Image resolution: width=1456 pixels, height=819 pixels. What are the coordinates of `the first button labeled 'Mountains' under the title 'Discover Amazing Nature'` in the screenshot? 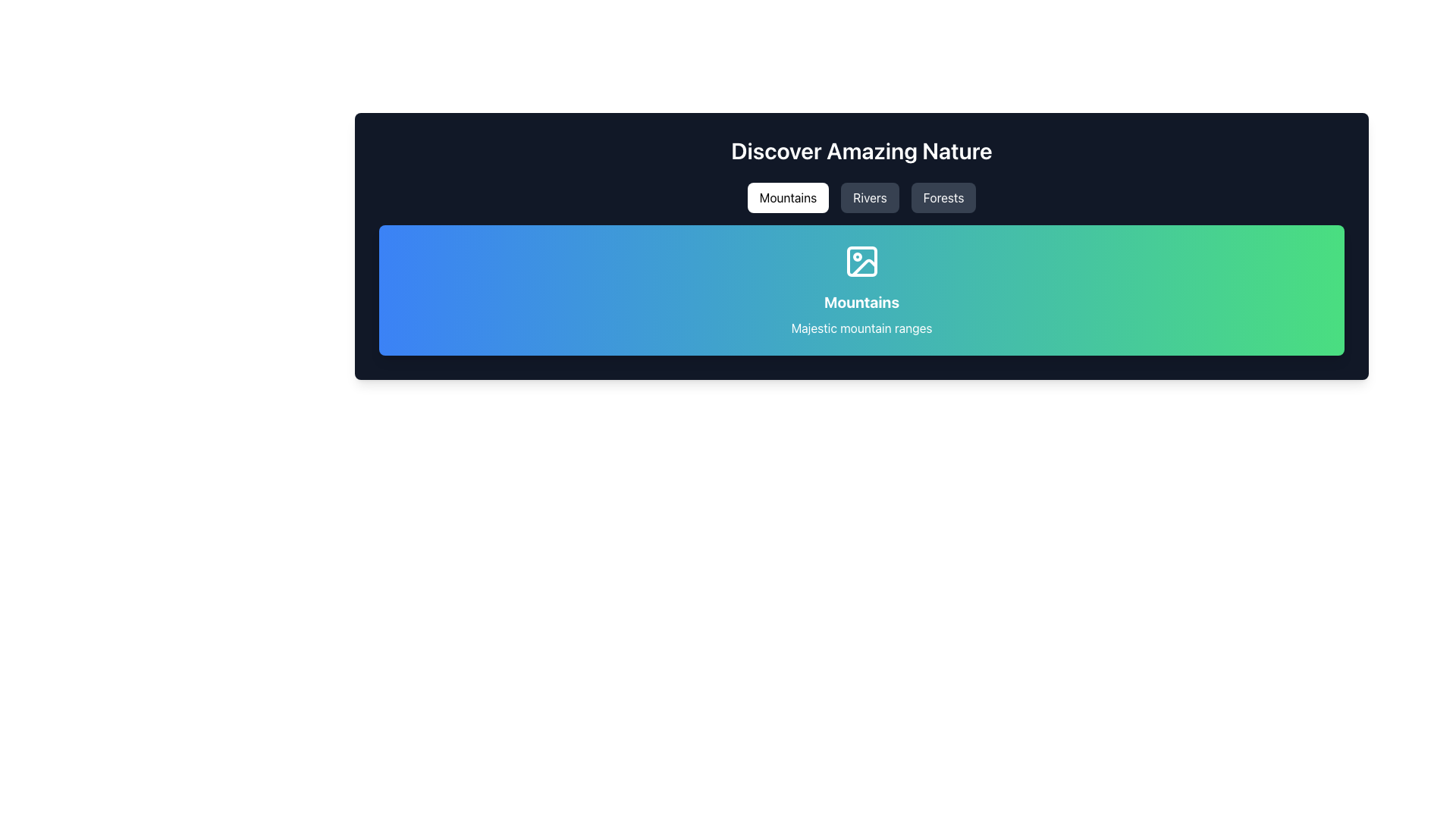 It's located at (788, 197).